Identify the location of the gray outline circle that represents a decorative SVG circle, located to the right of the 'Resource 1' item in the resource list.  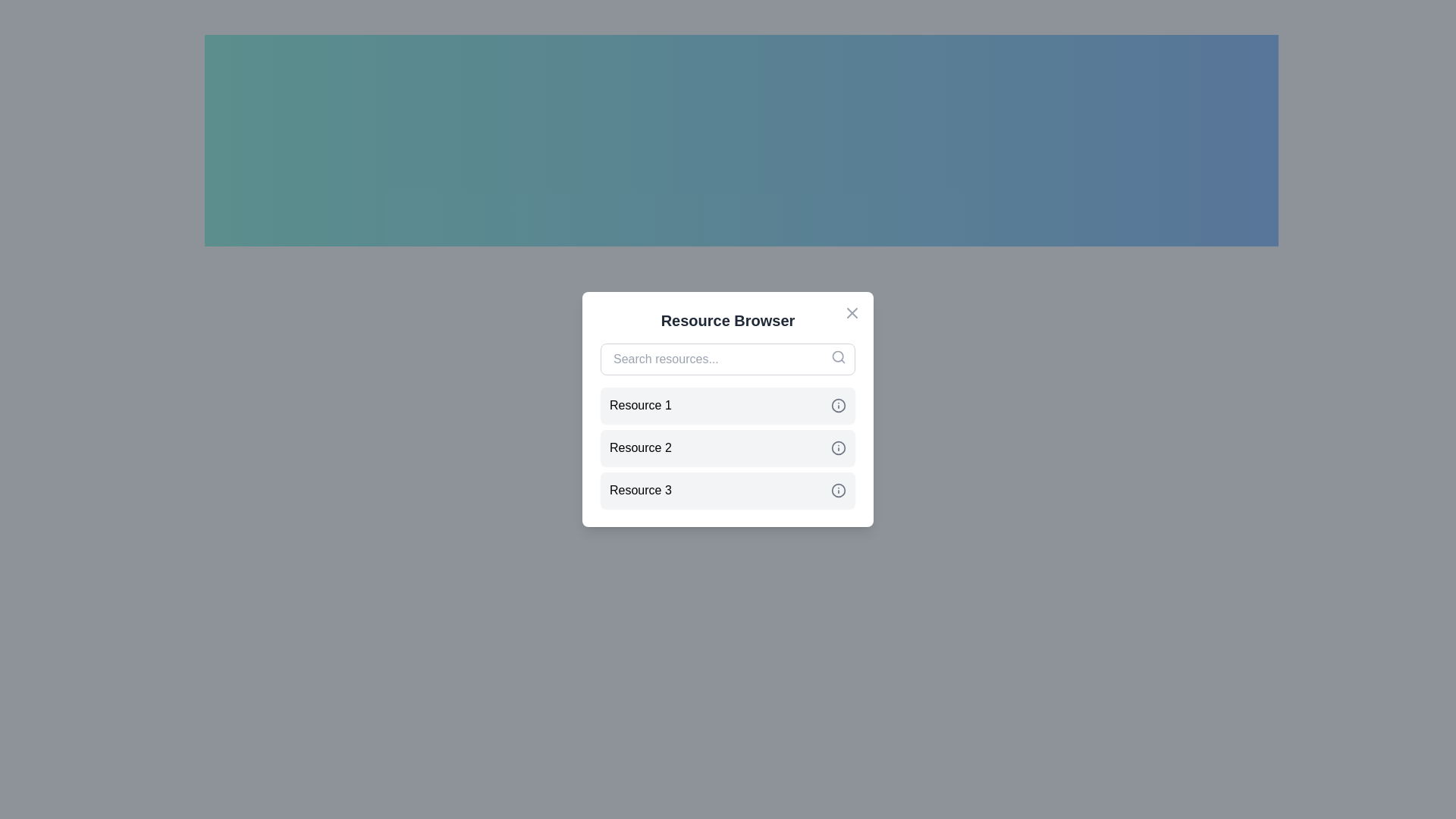
(837, 405).